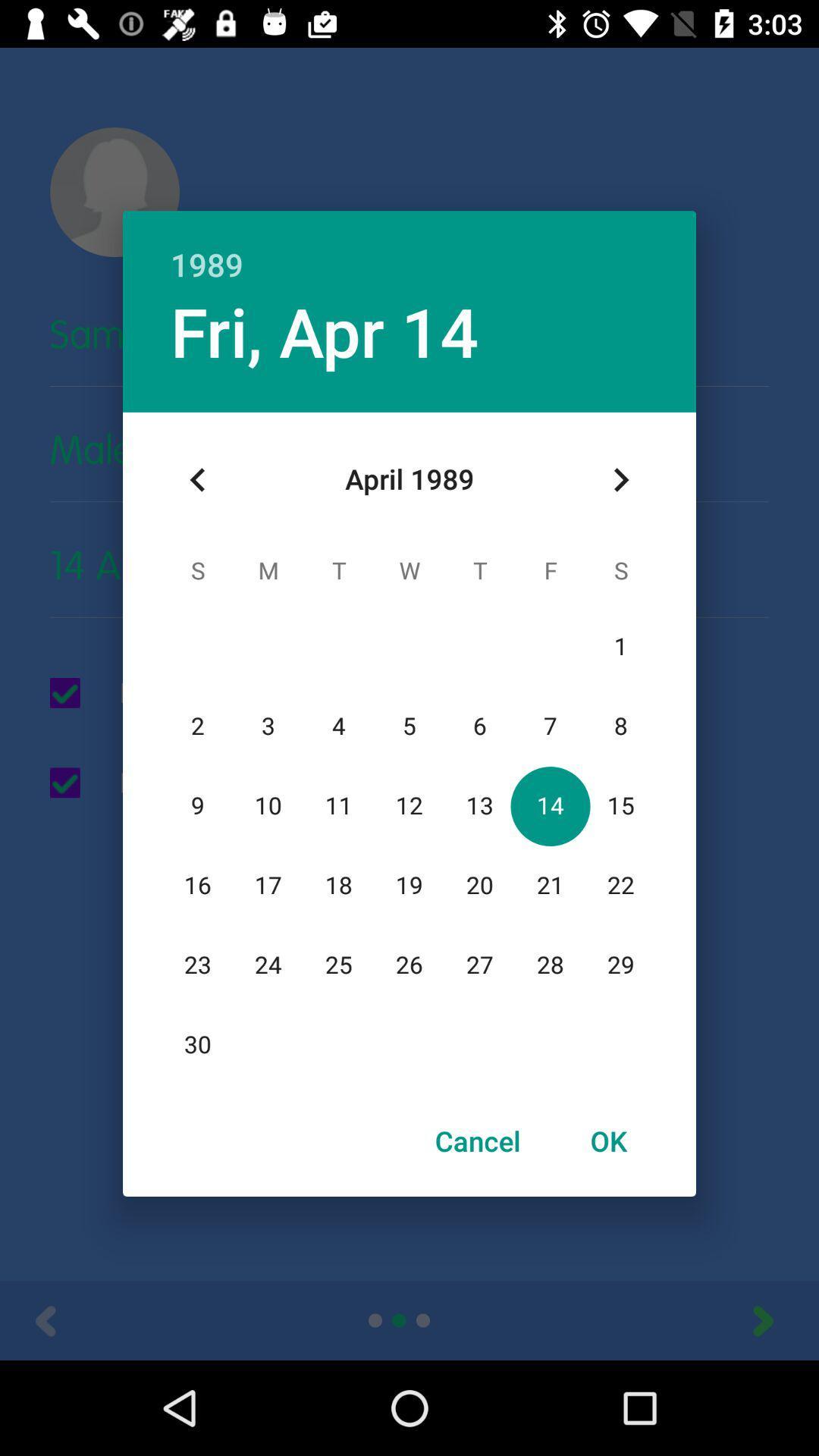 The width and height of the screenshot is (819, 1456). Describe the element at coordinates (409, 248) in the screenshot. I see `the 1989 item` at that location.